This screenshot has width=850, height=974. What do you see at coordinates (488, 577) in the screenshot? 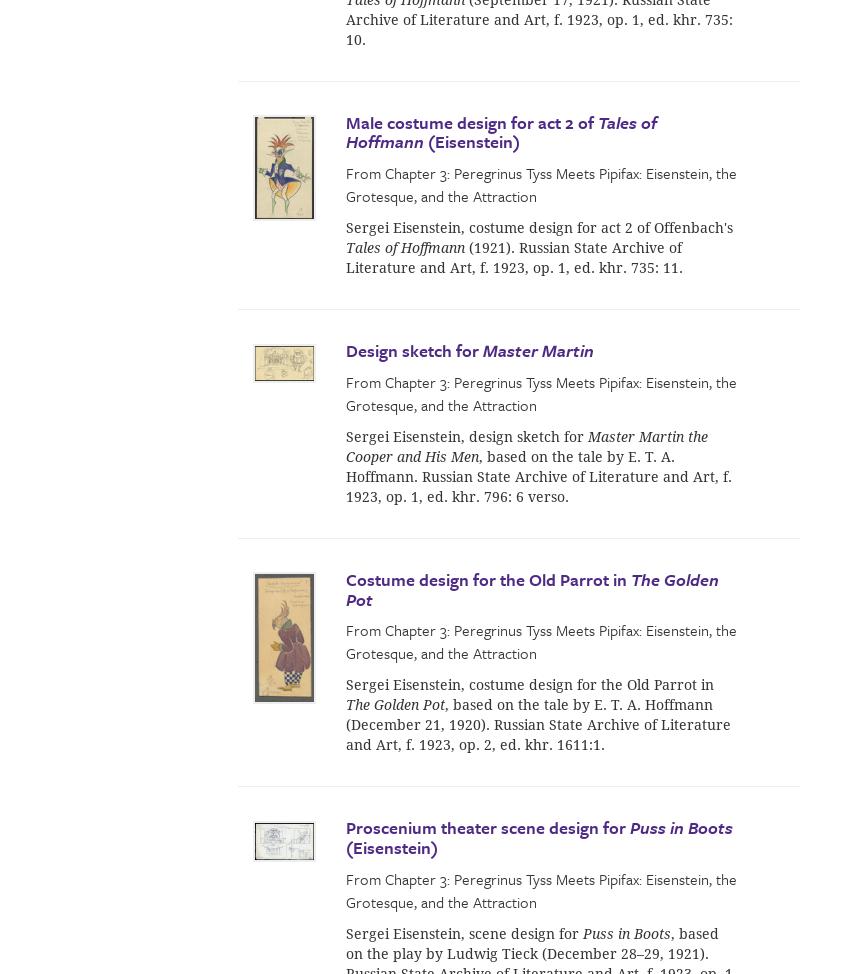
I see `'Costume design for the Old Parrot in'` at bounding box center [488, 577].